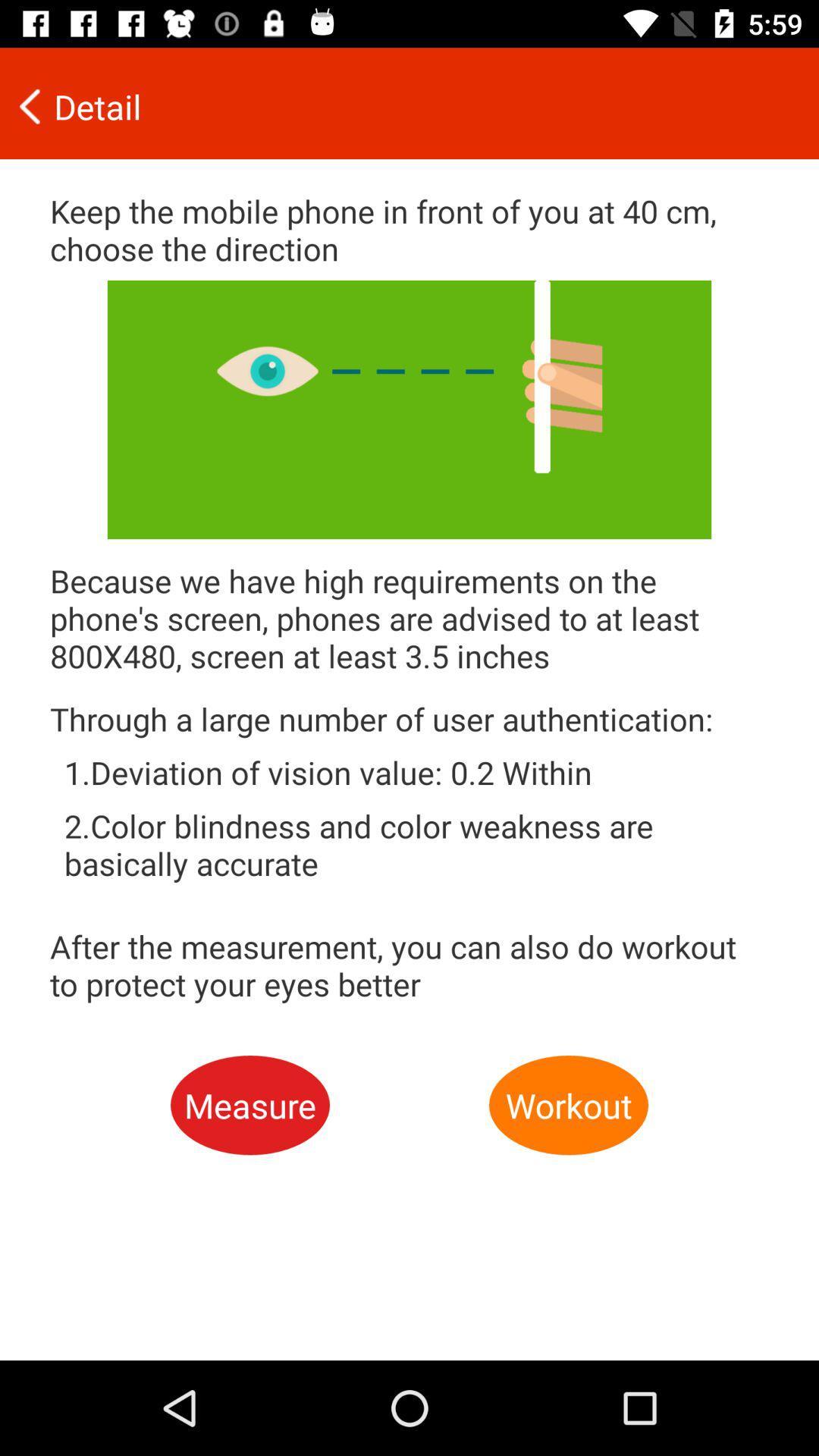 This screenshot has width=819, height=1456. I want to click on detail item, so click(398, 105).